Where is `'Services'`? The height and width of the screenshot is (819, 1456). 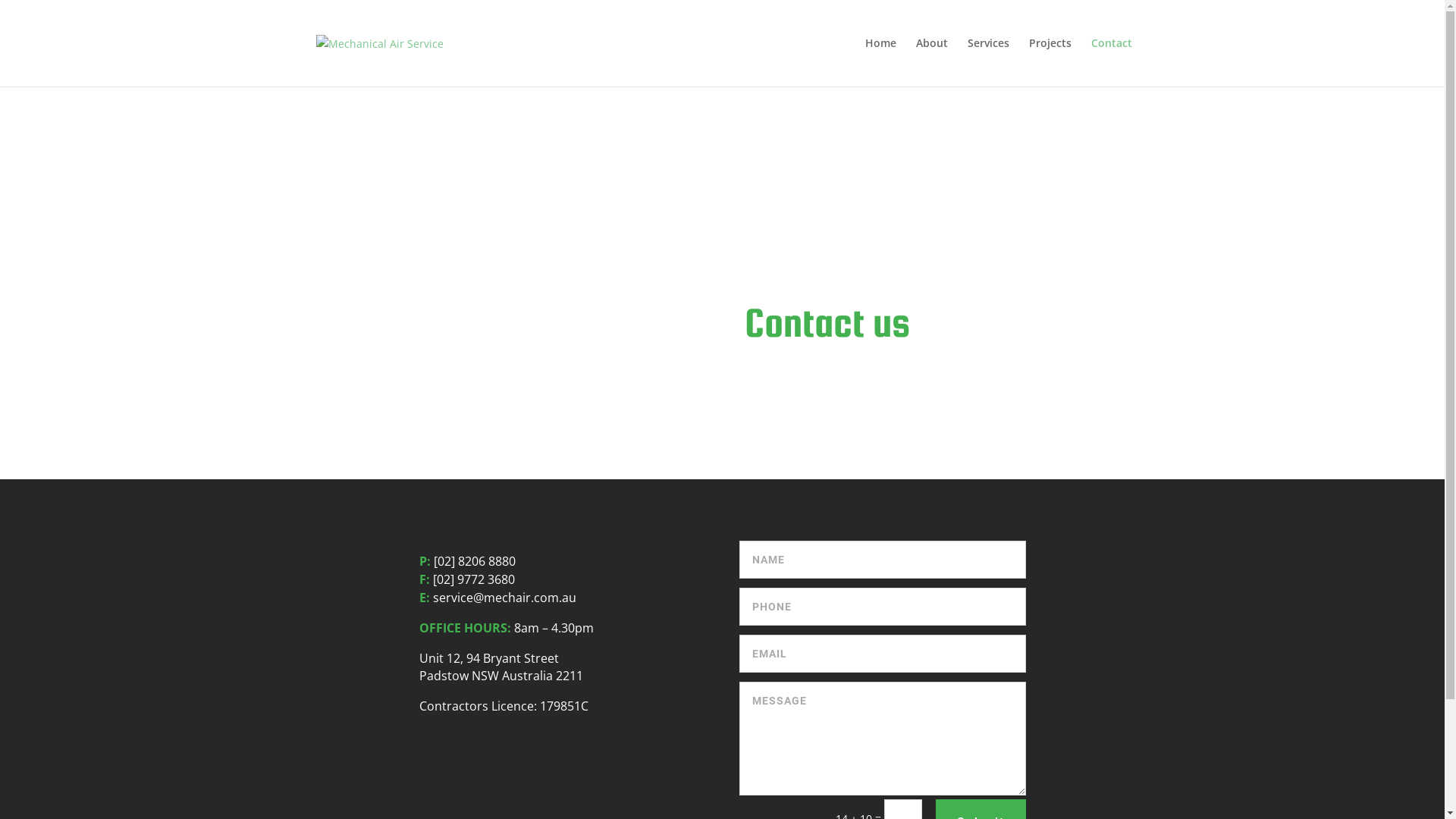 'Services' is located at coordinates (988, 61).